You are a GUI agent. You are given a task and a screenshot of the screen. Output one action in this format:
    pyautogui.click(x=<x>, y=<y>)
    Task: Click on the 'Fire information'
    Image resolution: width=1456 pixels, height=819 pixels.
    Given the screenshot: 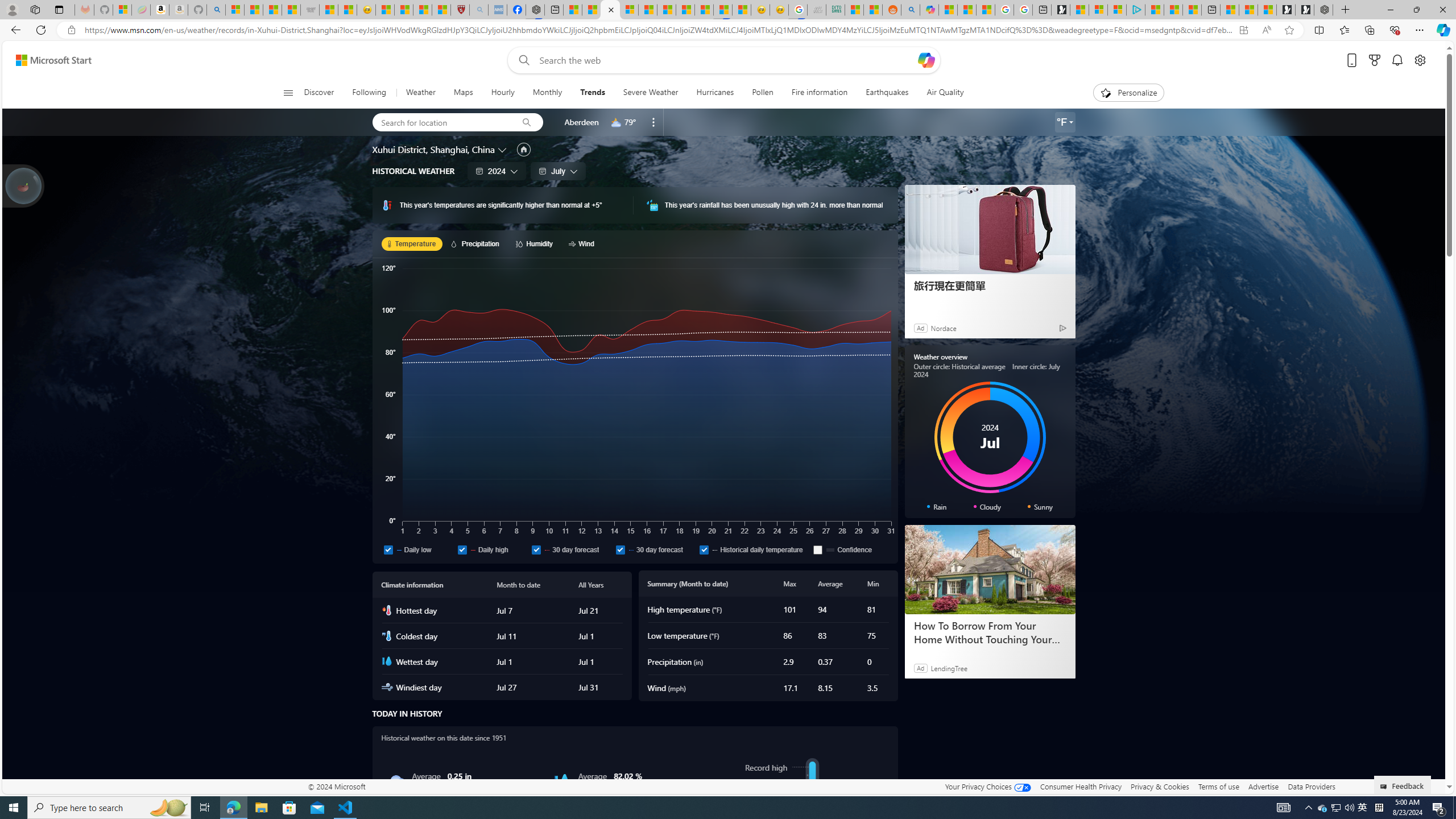 What is the action you would take?
    pyautogui.click(x=819, y=92)
    